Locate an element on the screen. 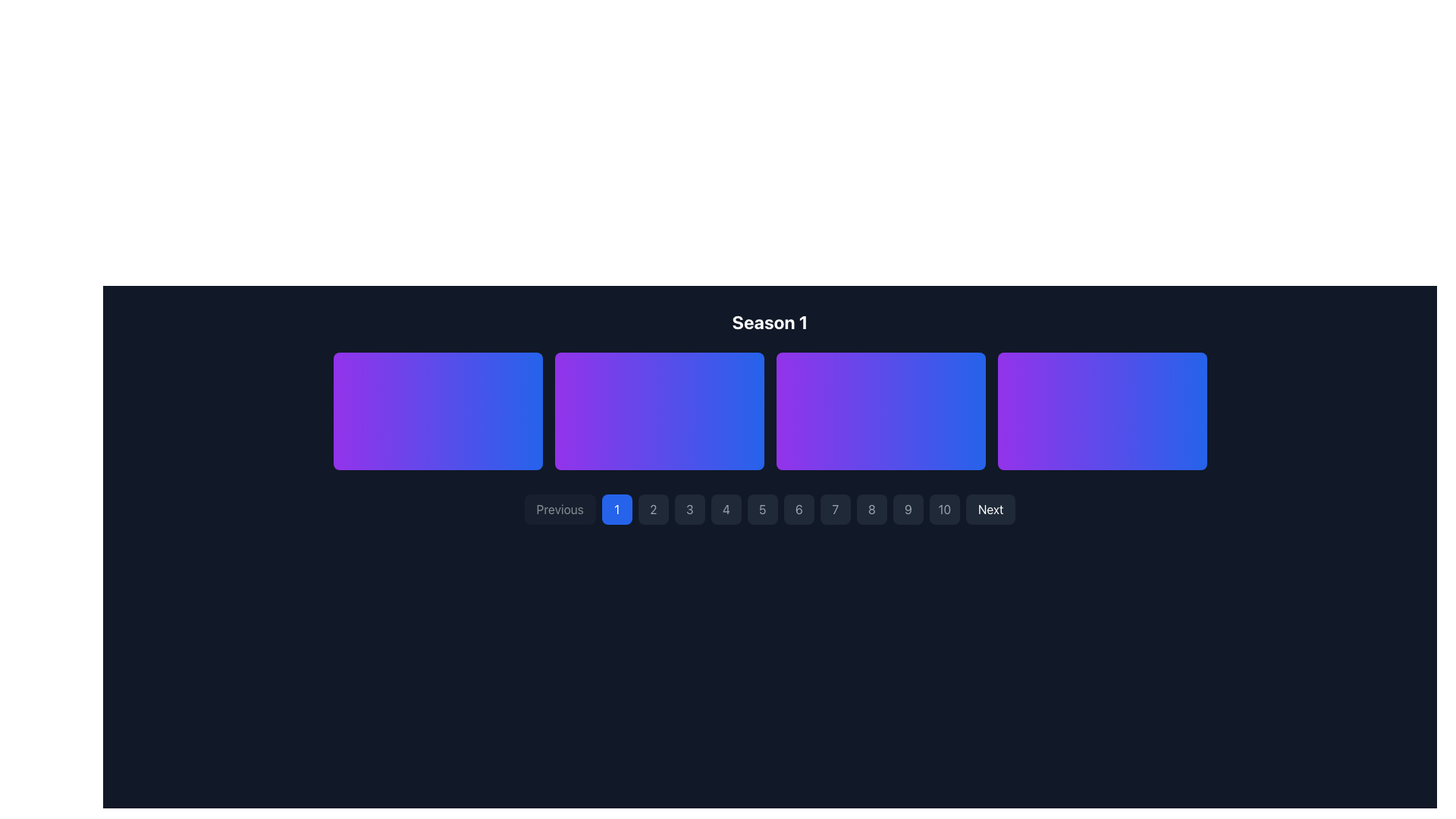 Image resolution: width=1456 pixels, height=819 pixels. the button labeled '5' is located at coordinates (762, 510).